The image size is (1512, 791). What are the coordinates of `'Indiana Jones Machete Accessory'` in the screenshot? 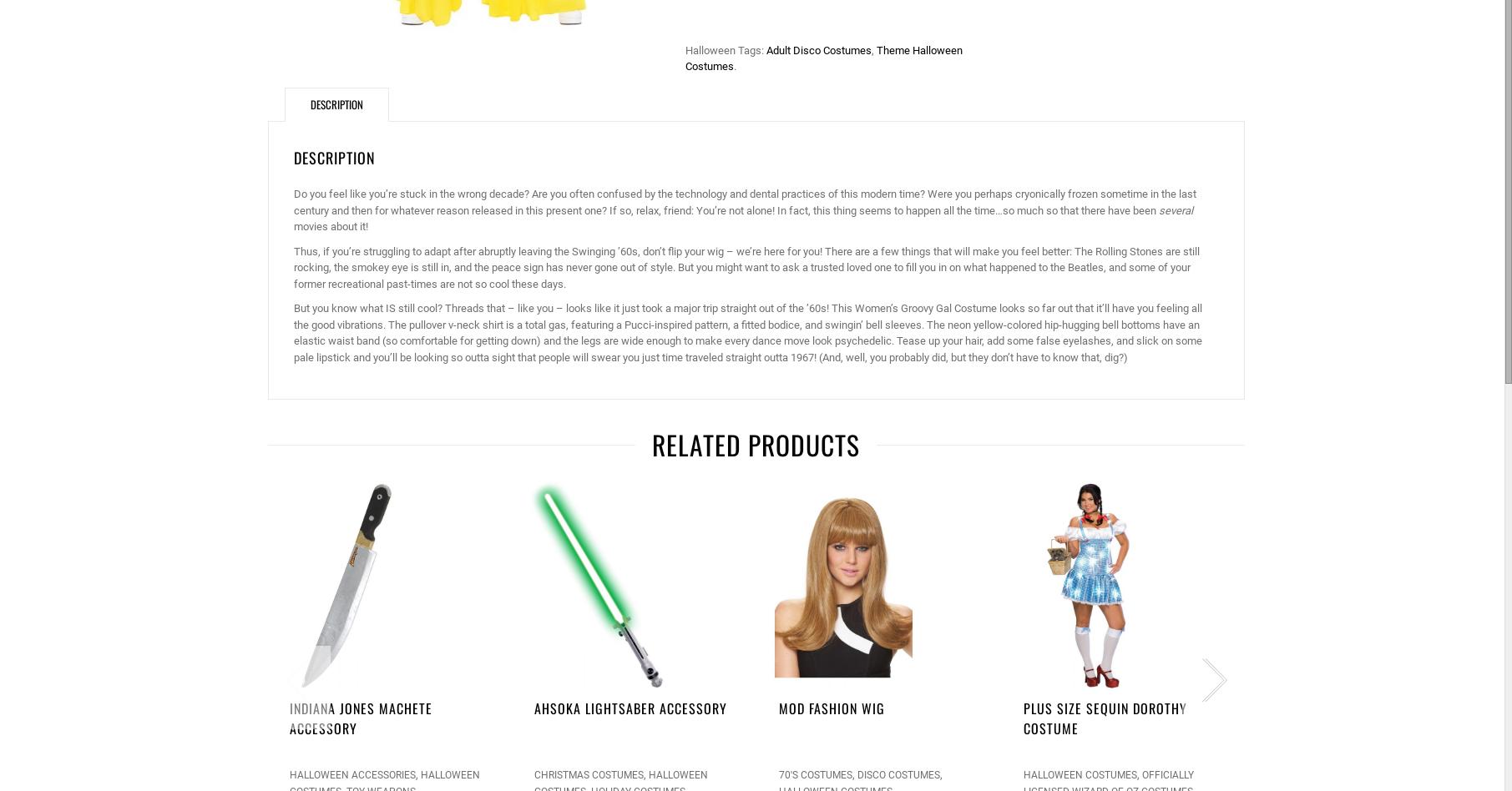 It's located at (360, 717).